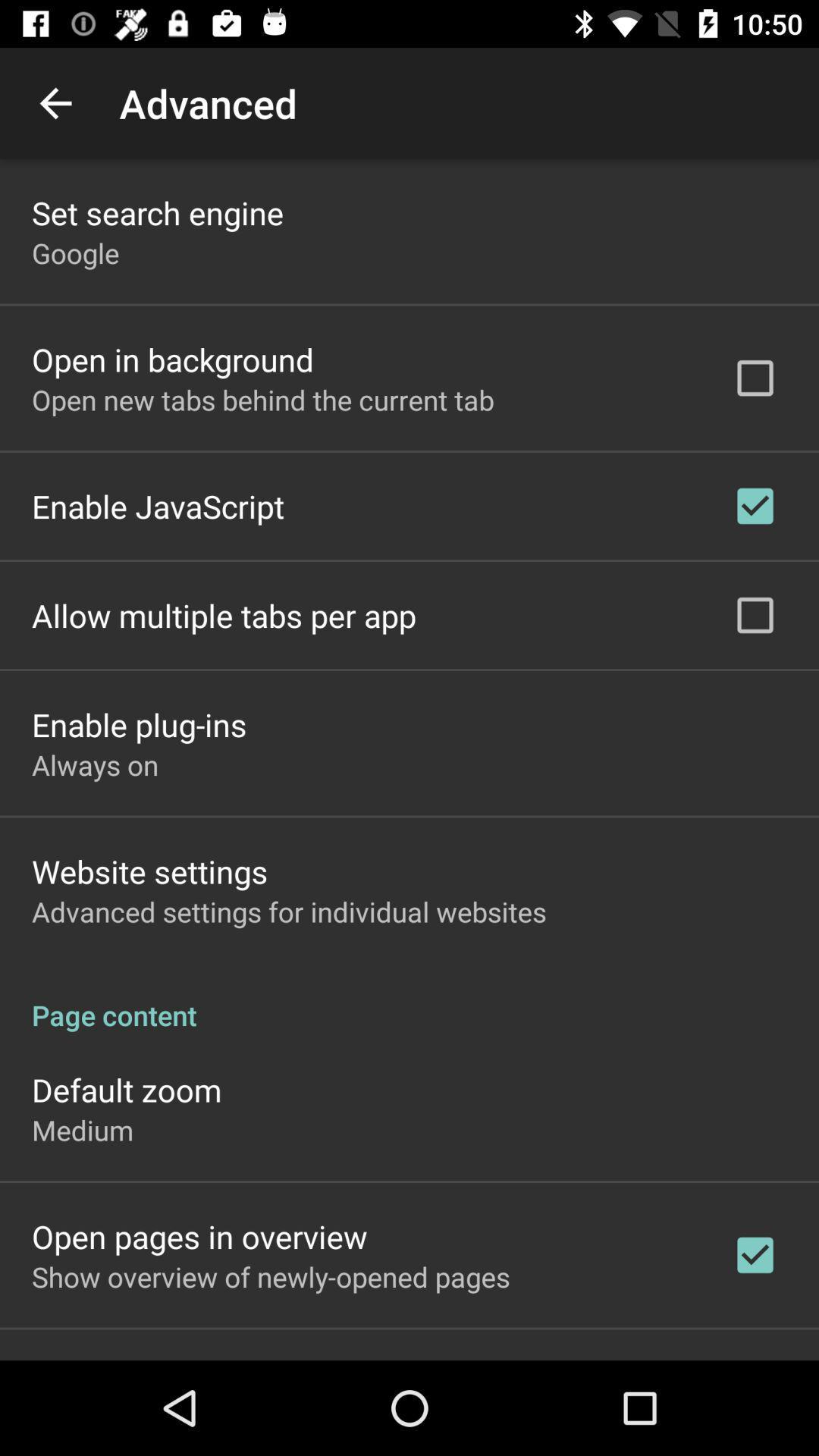  Describe the element at coordinates (158, 506) in the screenshot. I see `the app above the allow multiple tabs item` at that location.